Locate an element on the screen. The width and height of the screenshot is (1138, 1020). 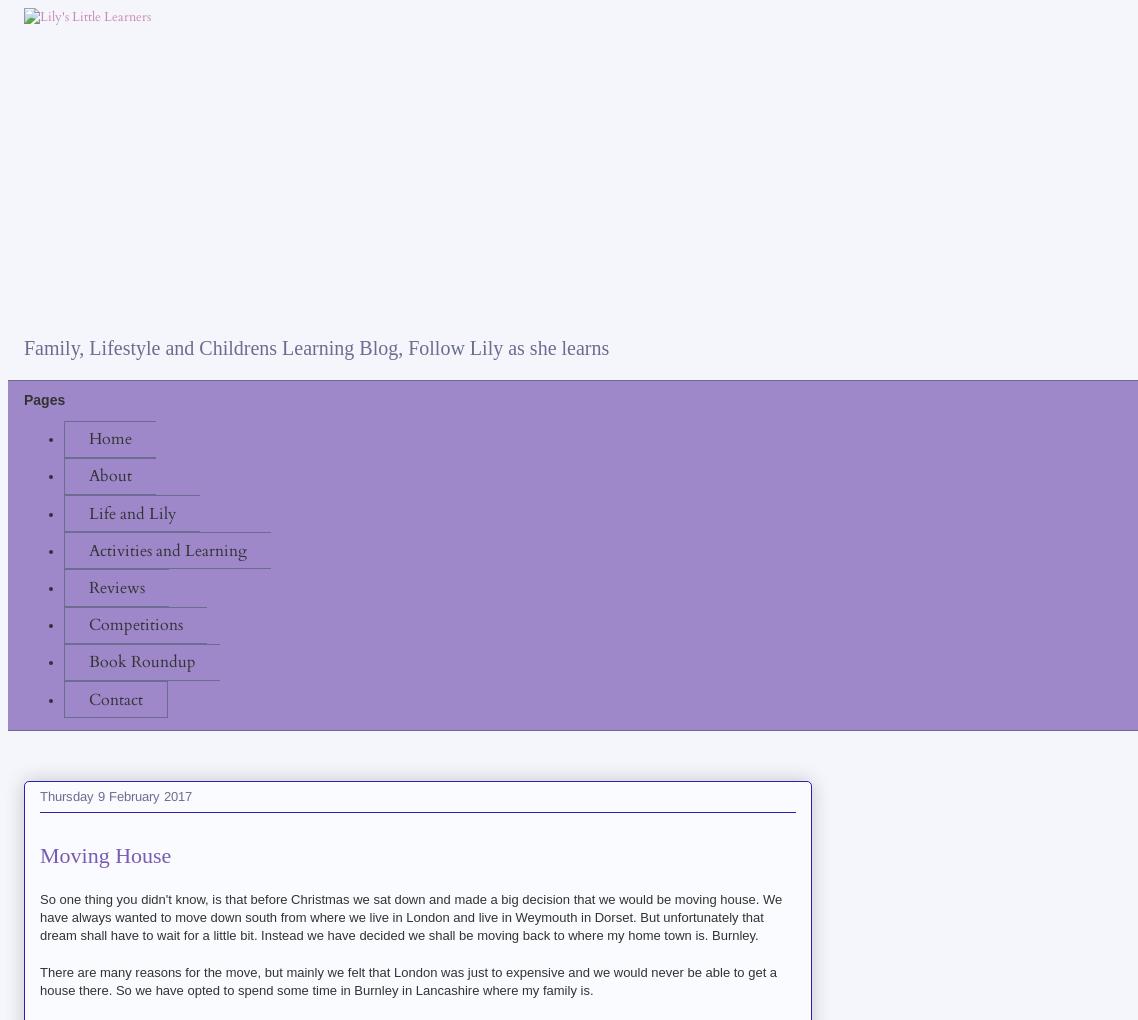
'Activities and Learning' is located at coordinates (87, 548).